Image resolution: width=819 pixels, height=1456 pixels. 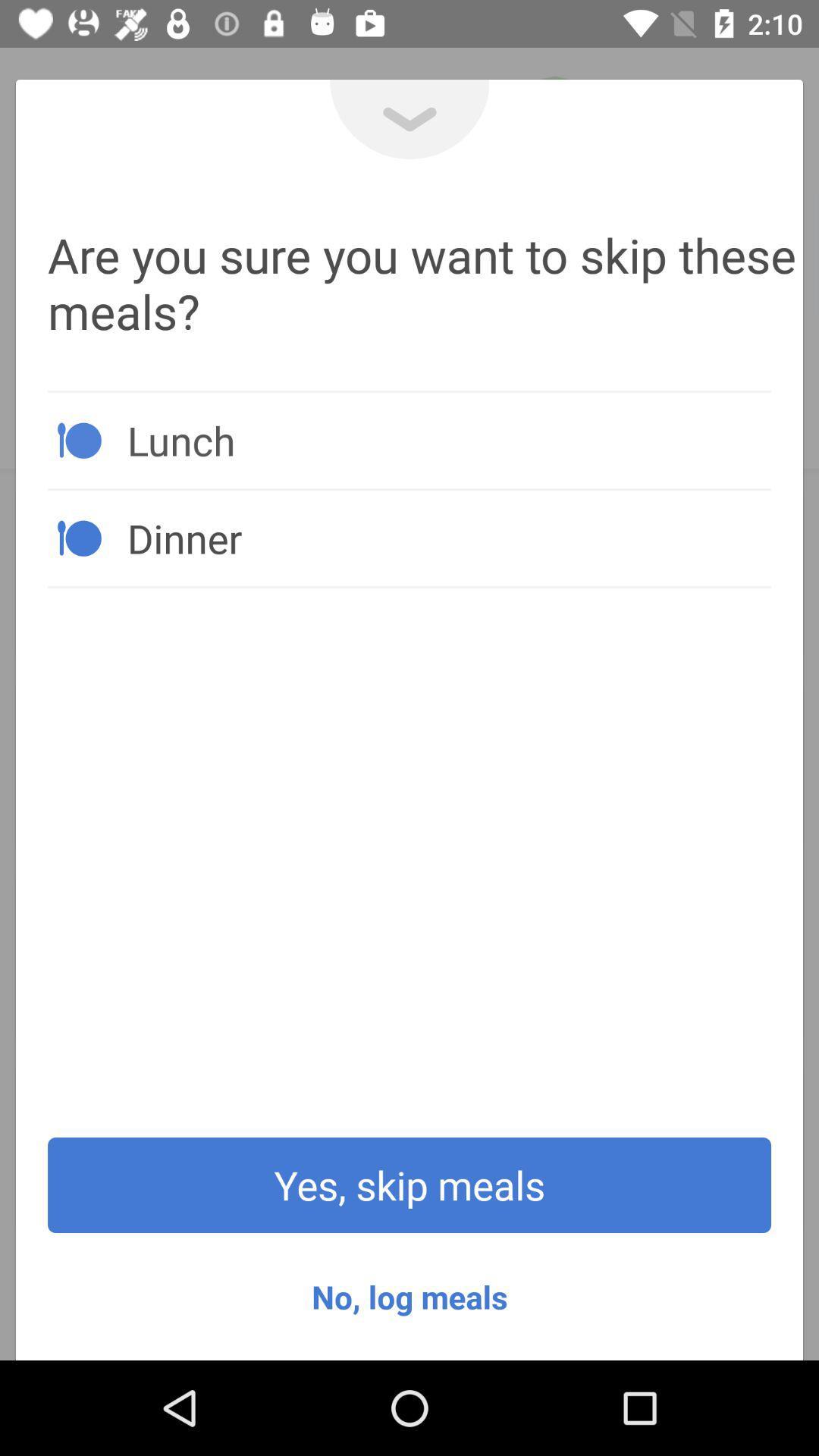 I want to click on the no, log meals icon, so click(x=409, y=1295).